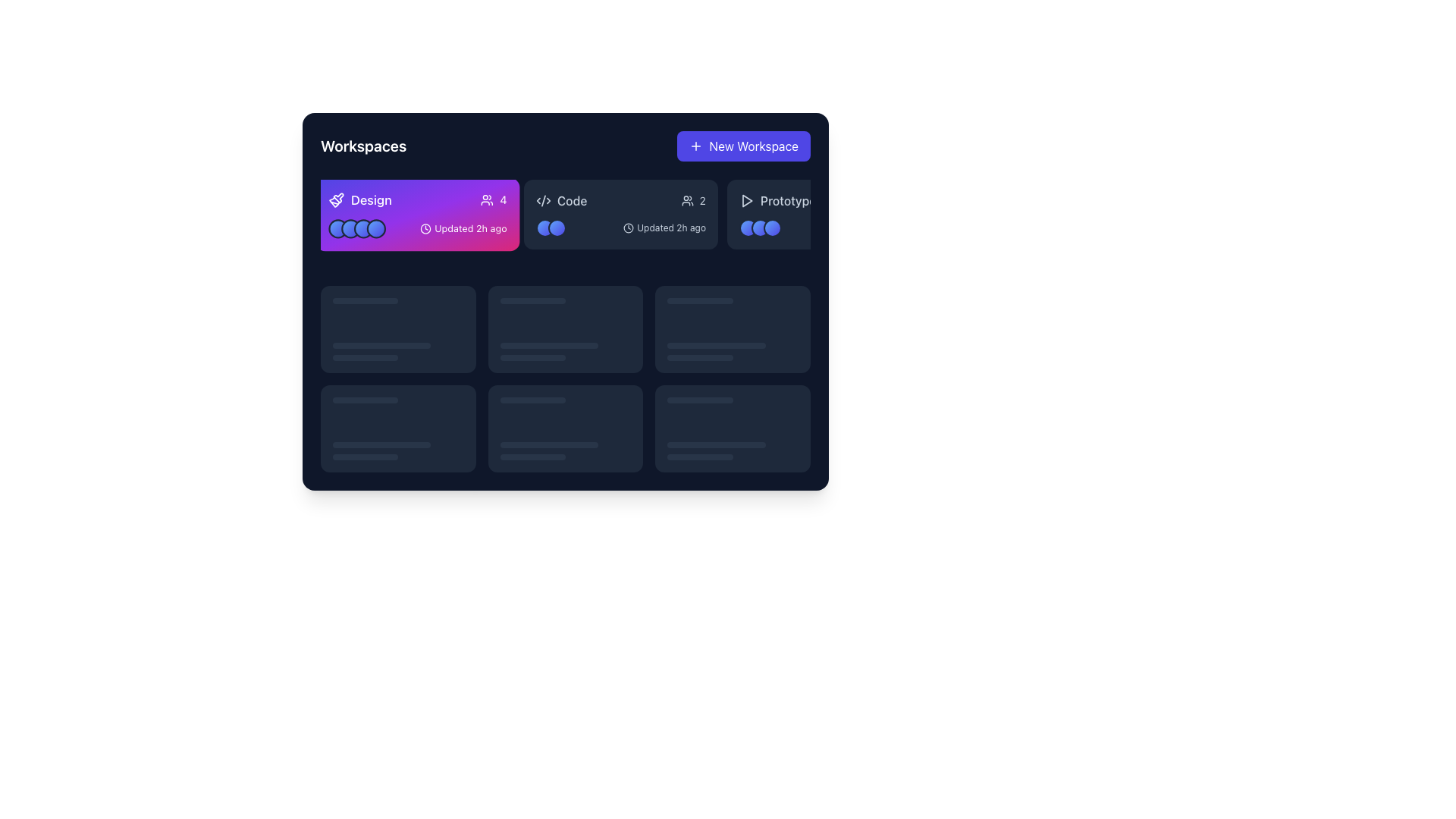 Image resolution: width=1456 pixels, height=819 pixels. Describe the element at coordinates (376, 228) in the screenshot. I see `the fourth circular gradient-filled visual indicator or avatar placeholder, which transitions from blue to indigo, located in the 'Design' workspace` at that location.